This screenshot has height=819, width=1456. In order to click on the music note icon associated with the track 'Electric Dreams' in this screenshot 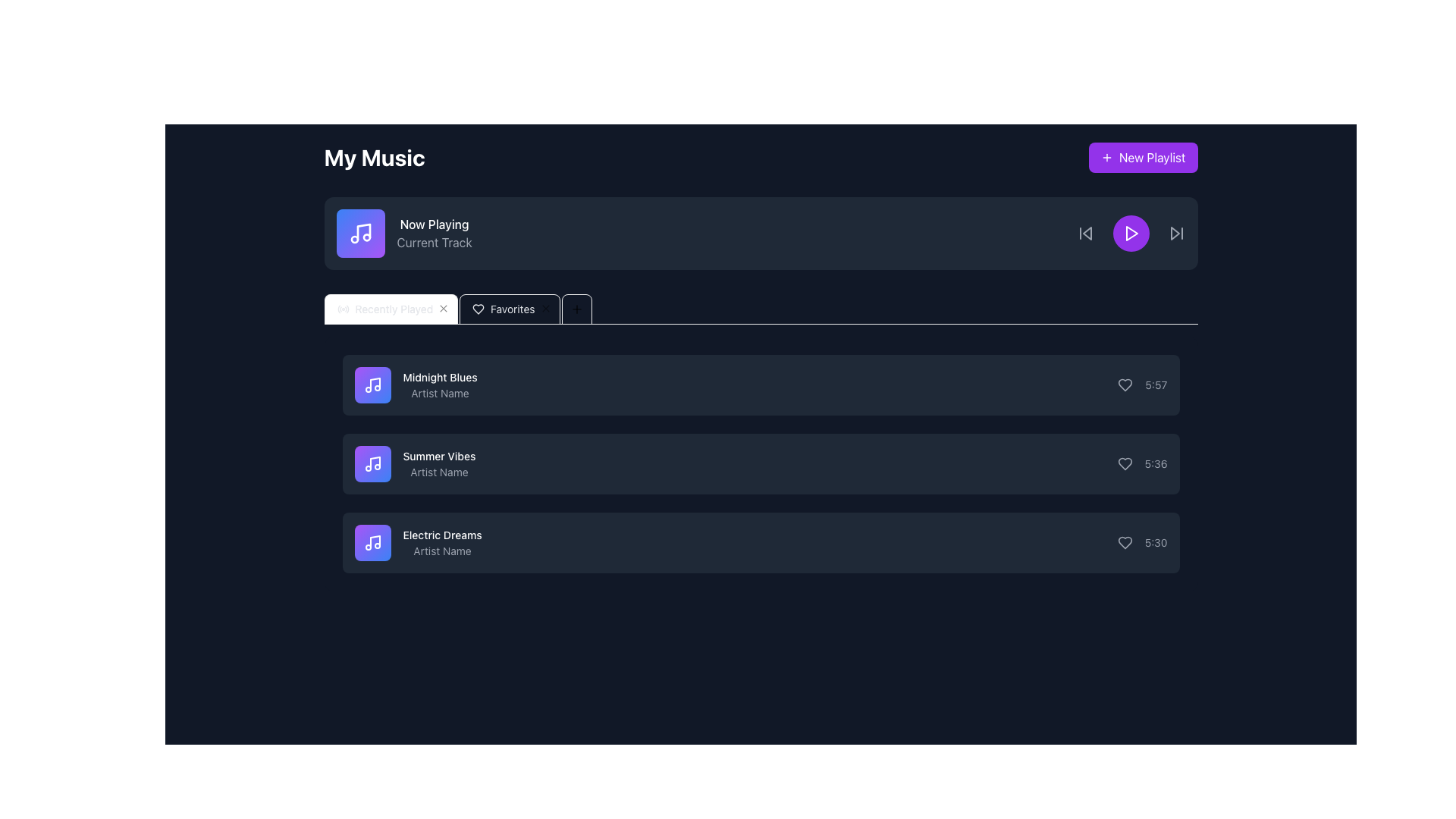, I will do `click(372, 542)`.